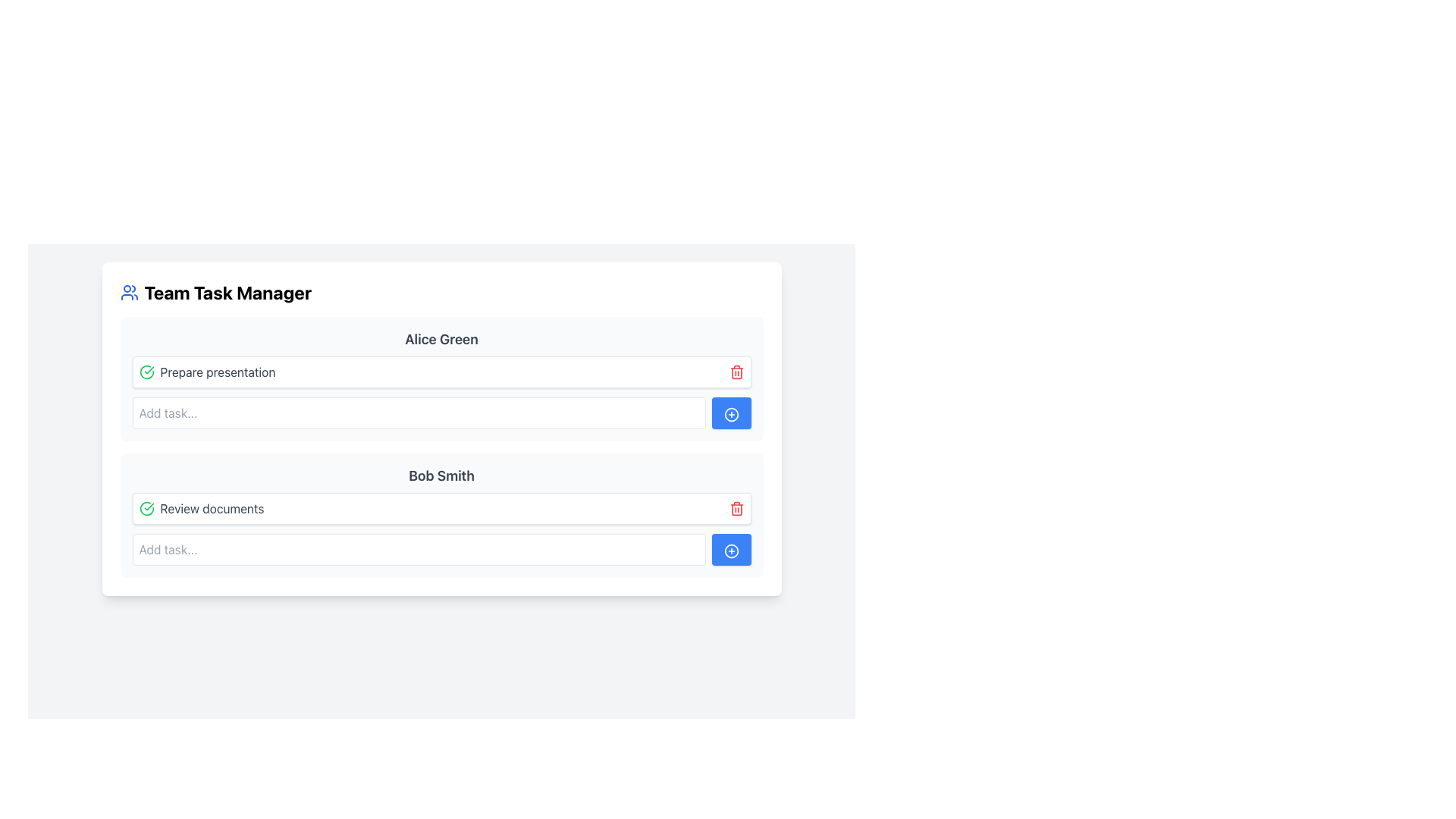  Describe the element at coordinates (731, 414) in the screenshot. I see `the blue circular Icon button with a white plus sign located next to the 'Add task...' input field under the 'Bob Smith' section` at that location.